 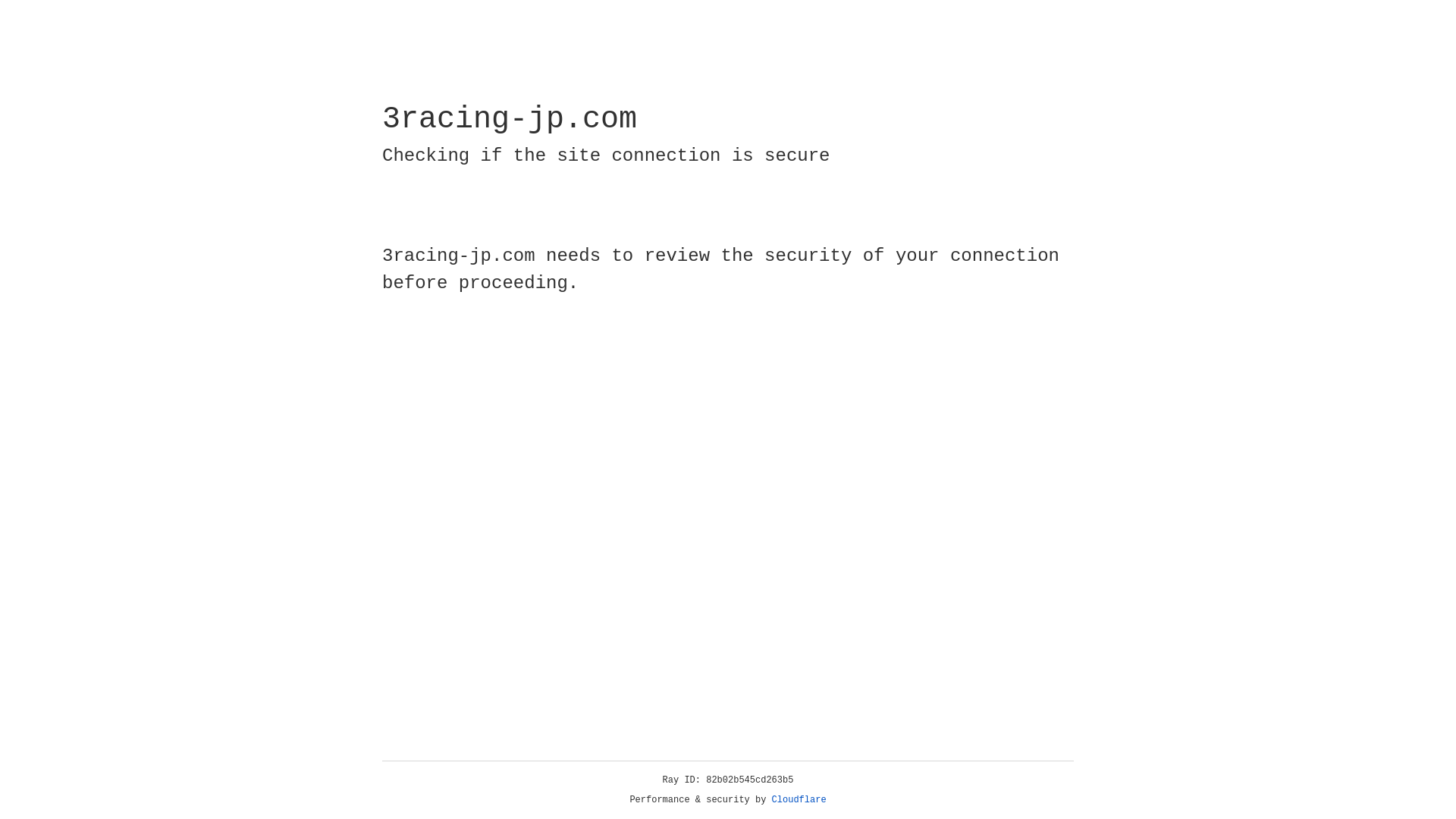 I want to click on 'Cloudflare', so click(x=799, y=799).